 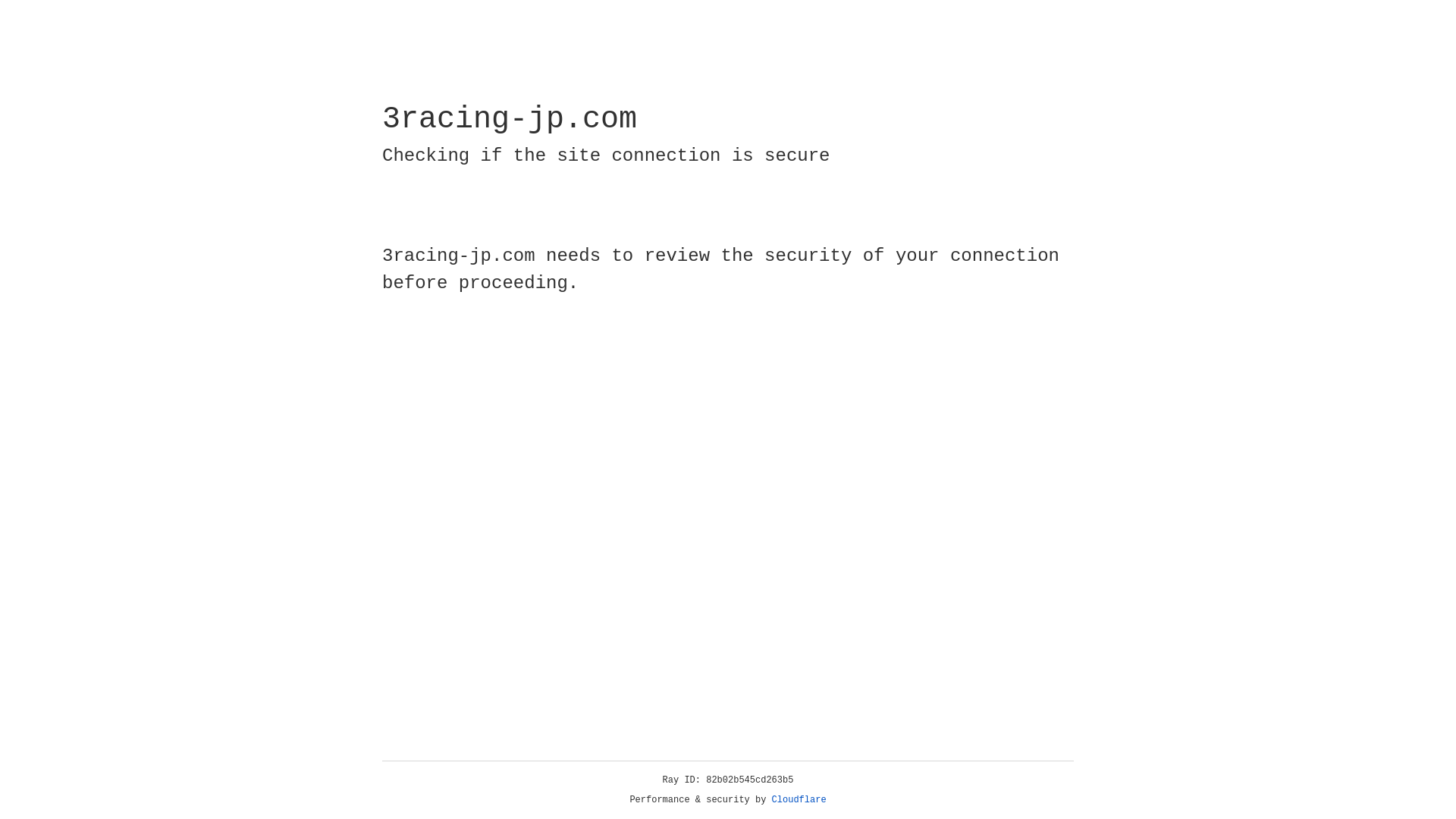 I want to click on 'Cloudflare', so click(x=799, y=799).